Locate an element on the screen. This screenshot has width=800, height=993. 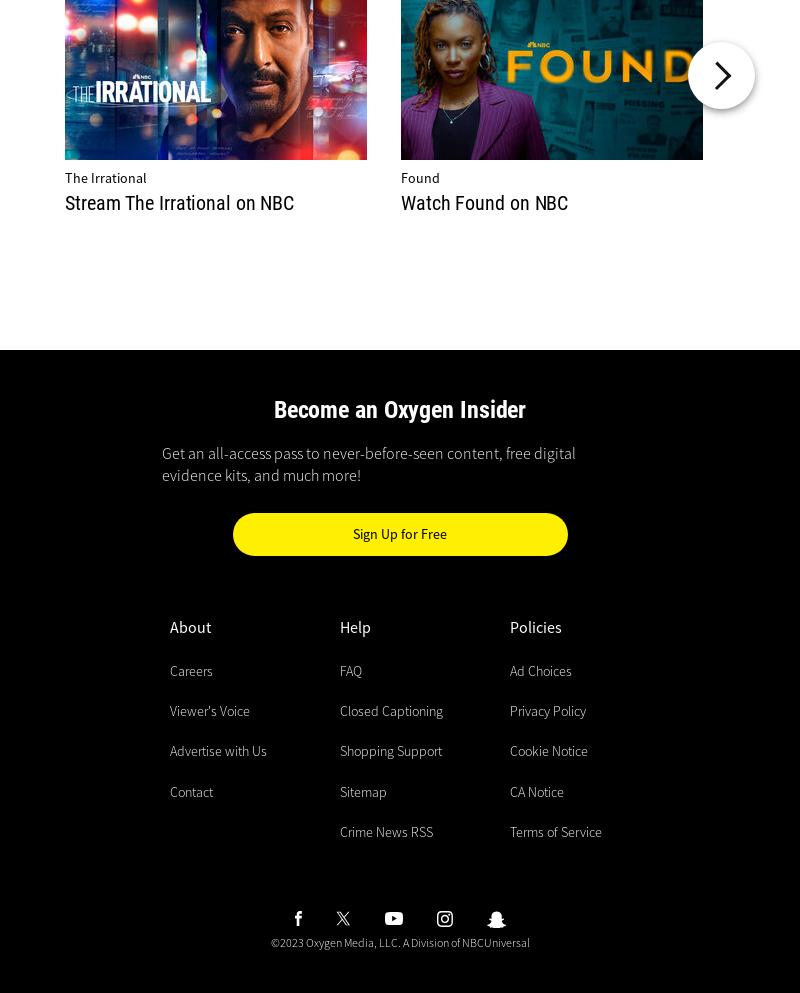
'Privacy Policy' is located at coordinates (548, 709).